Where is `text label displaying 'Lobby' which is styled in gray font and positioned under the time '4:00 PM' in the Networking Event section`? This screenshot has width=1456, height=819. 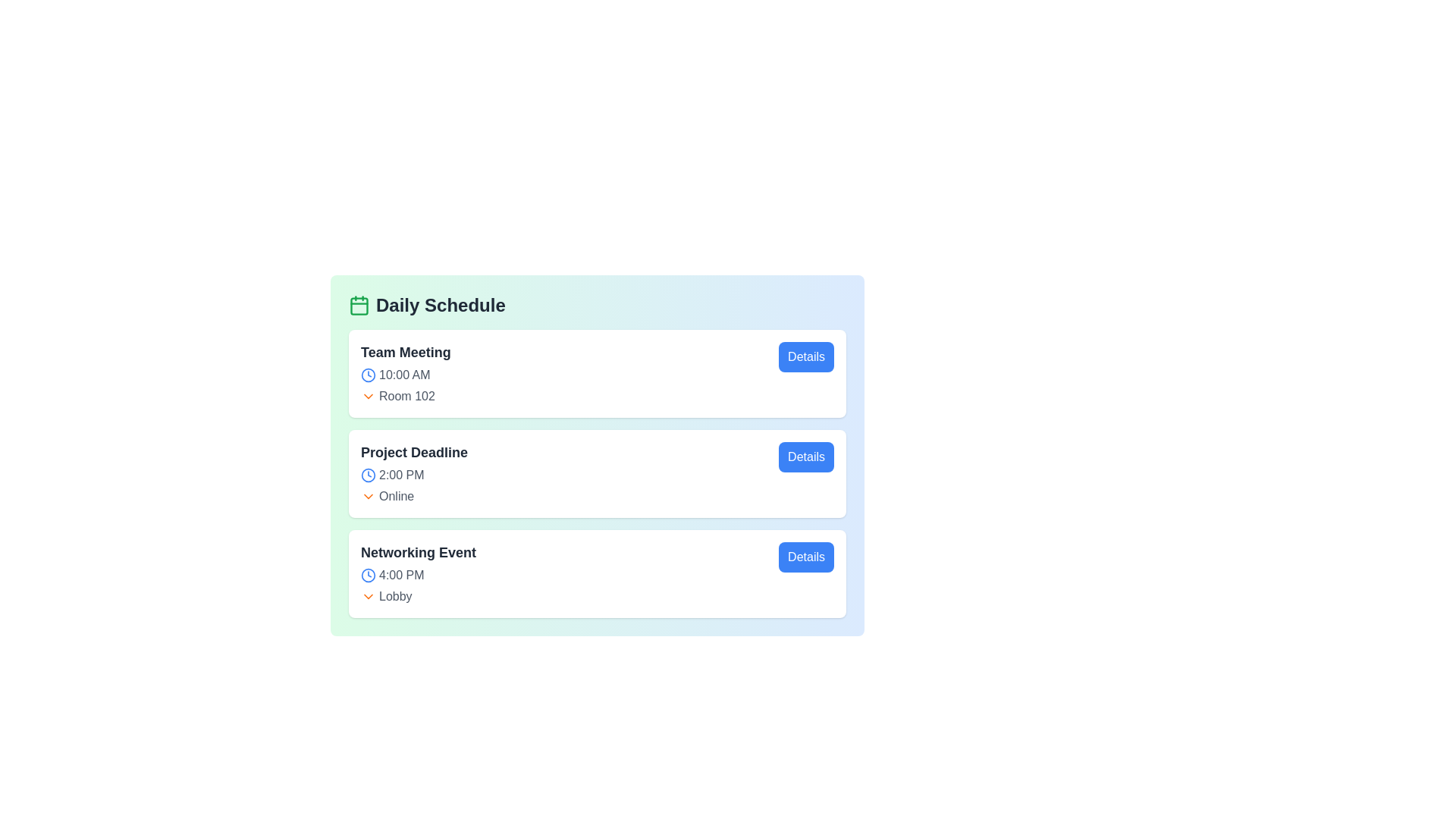
text label displaying 'Lobby' which is styled in gray font and positioned under the time '4:00 PM' in the Networking Event section is located at coordinates (395, 595).